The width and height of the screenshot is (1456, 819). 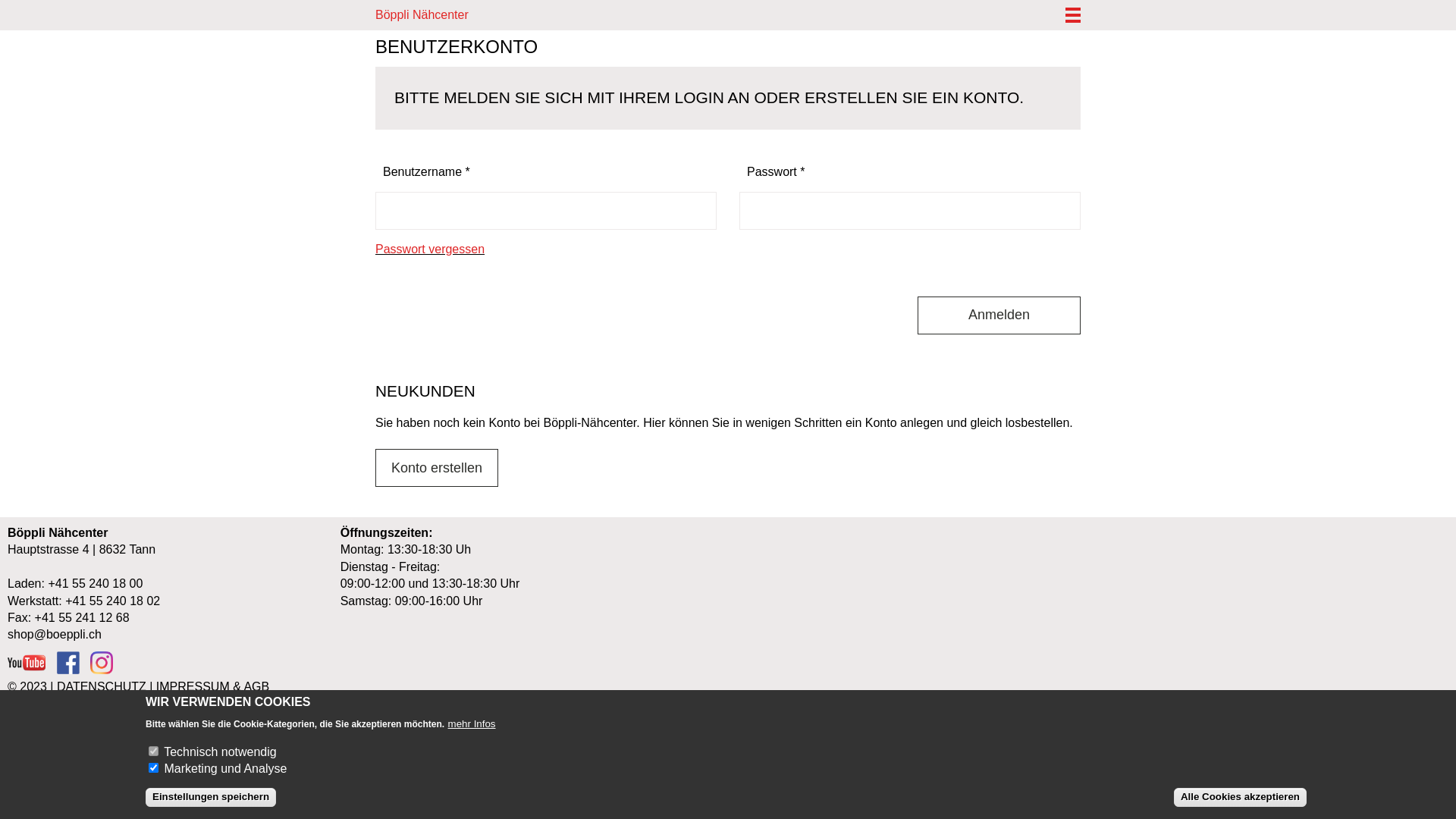 I want to click on 'Einstellungen speichern', so click(x=210, y=796).